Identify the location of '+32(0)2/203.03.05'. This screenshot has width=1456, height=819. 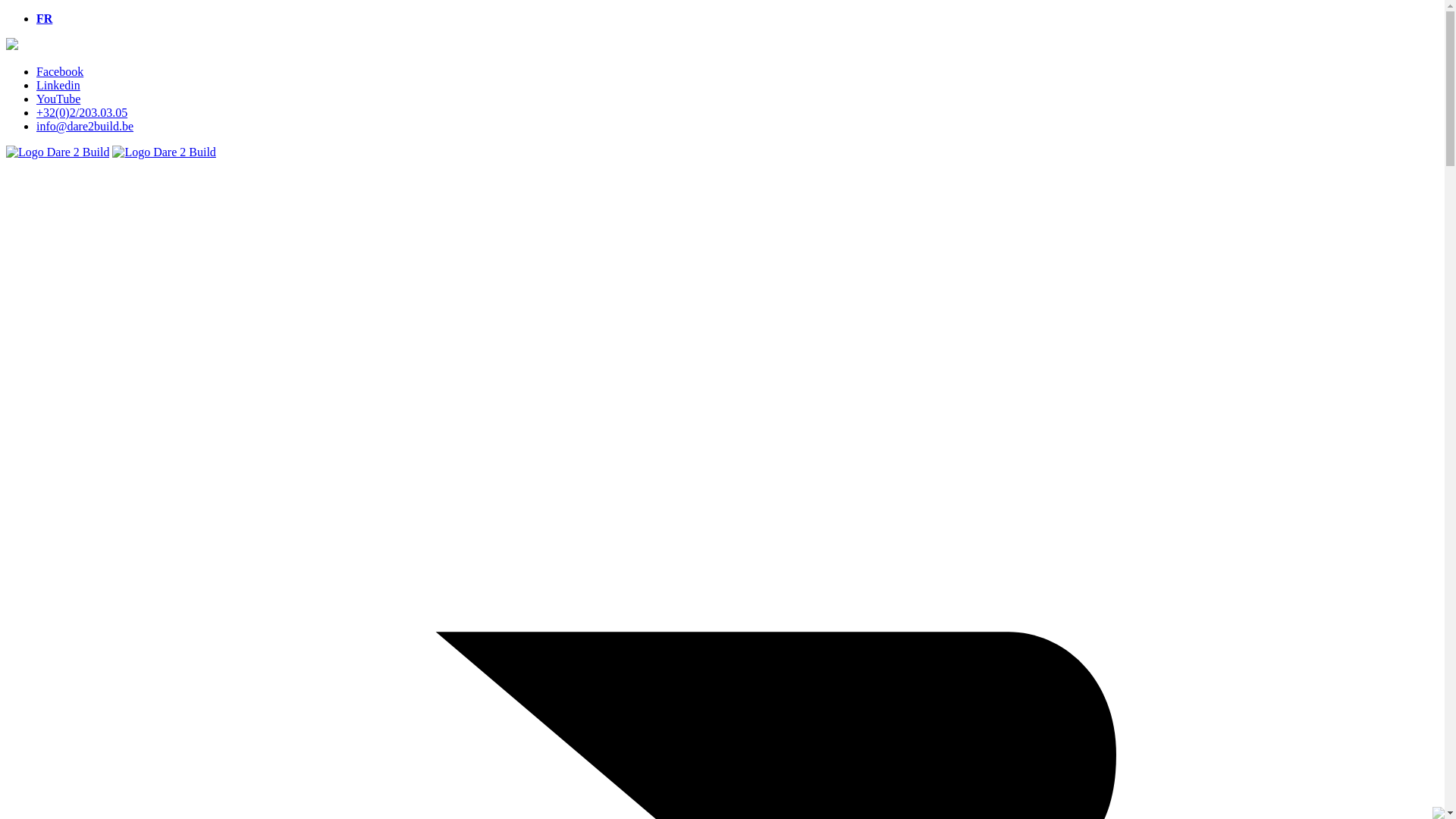
(80, 111).